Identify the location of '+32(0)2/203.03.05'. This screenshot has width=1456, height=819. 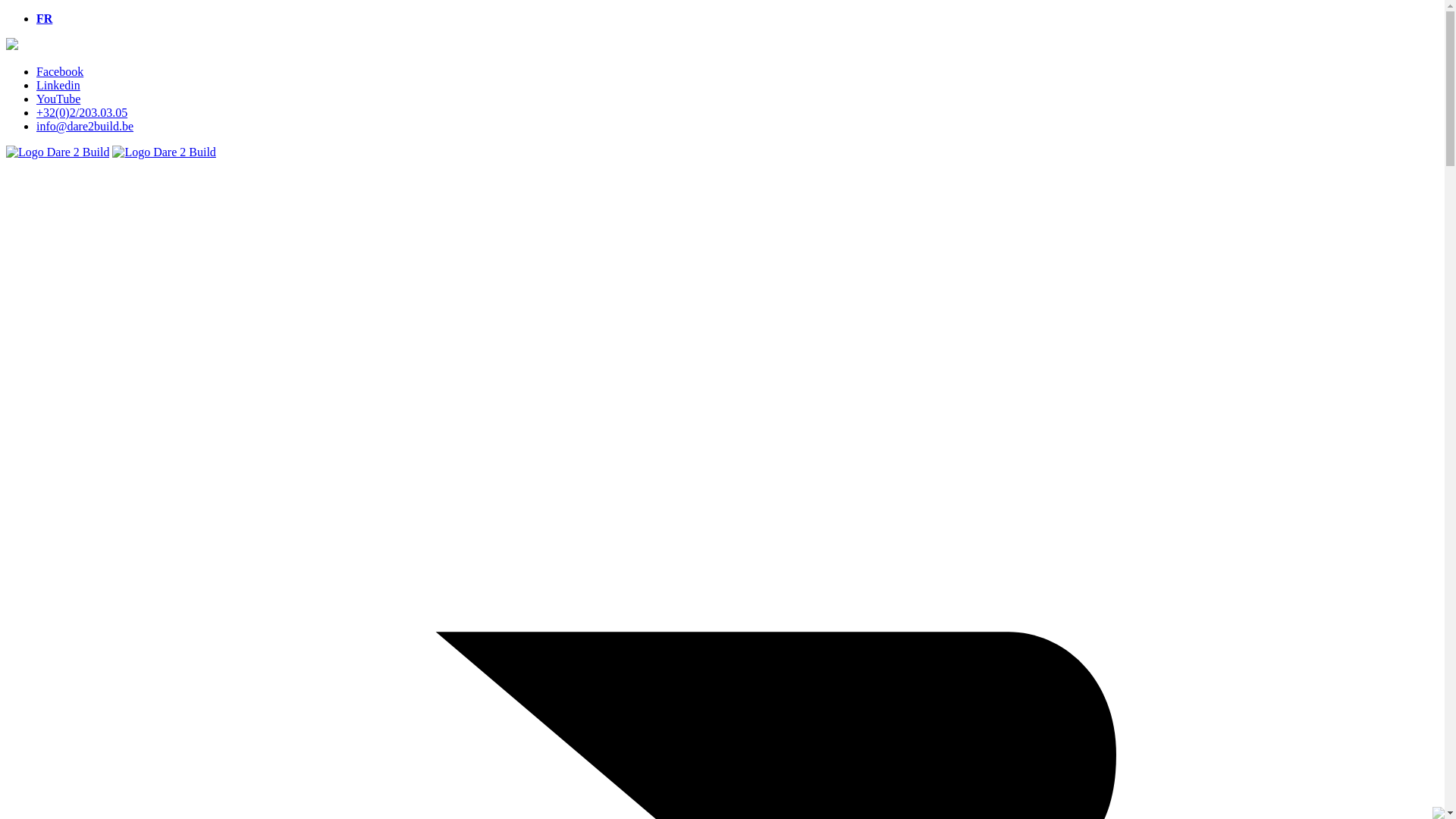
(80, 111).